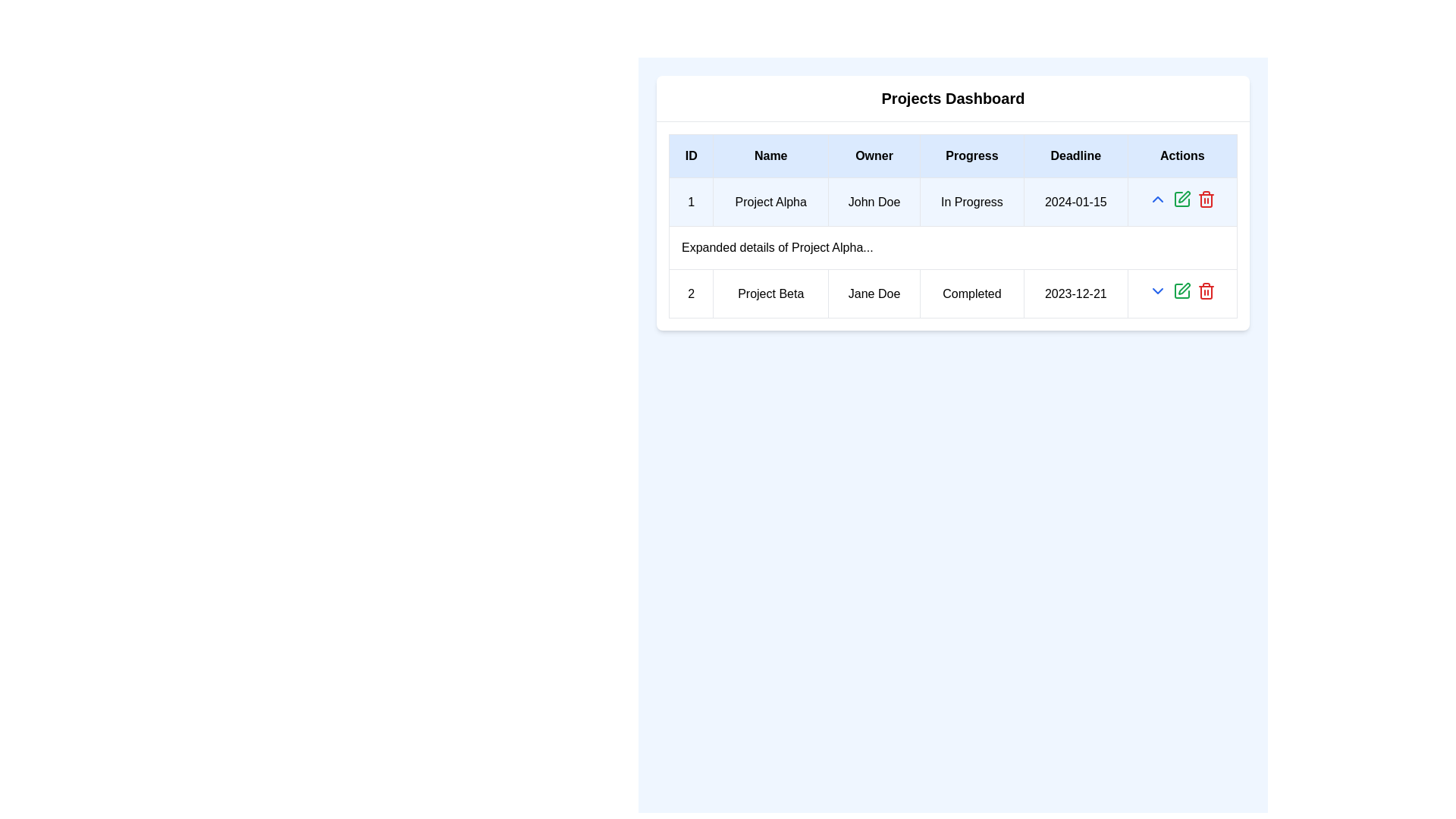 Image resolution: width=1456 pixels, height=819 pixels. I want to click on the rows of the Projects Dashboard table, so click(952, 202).